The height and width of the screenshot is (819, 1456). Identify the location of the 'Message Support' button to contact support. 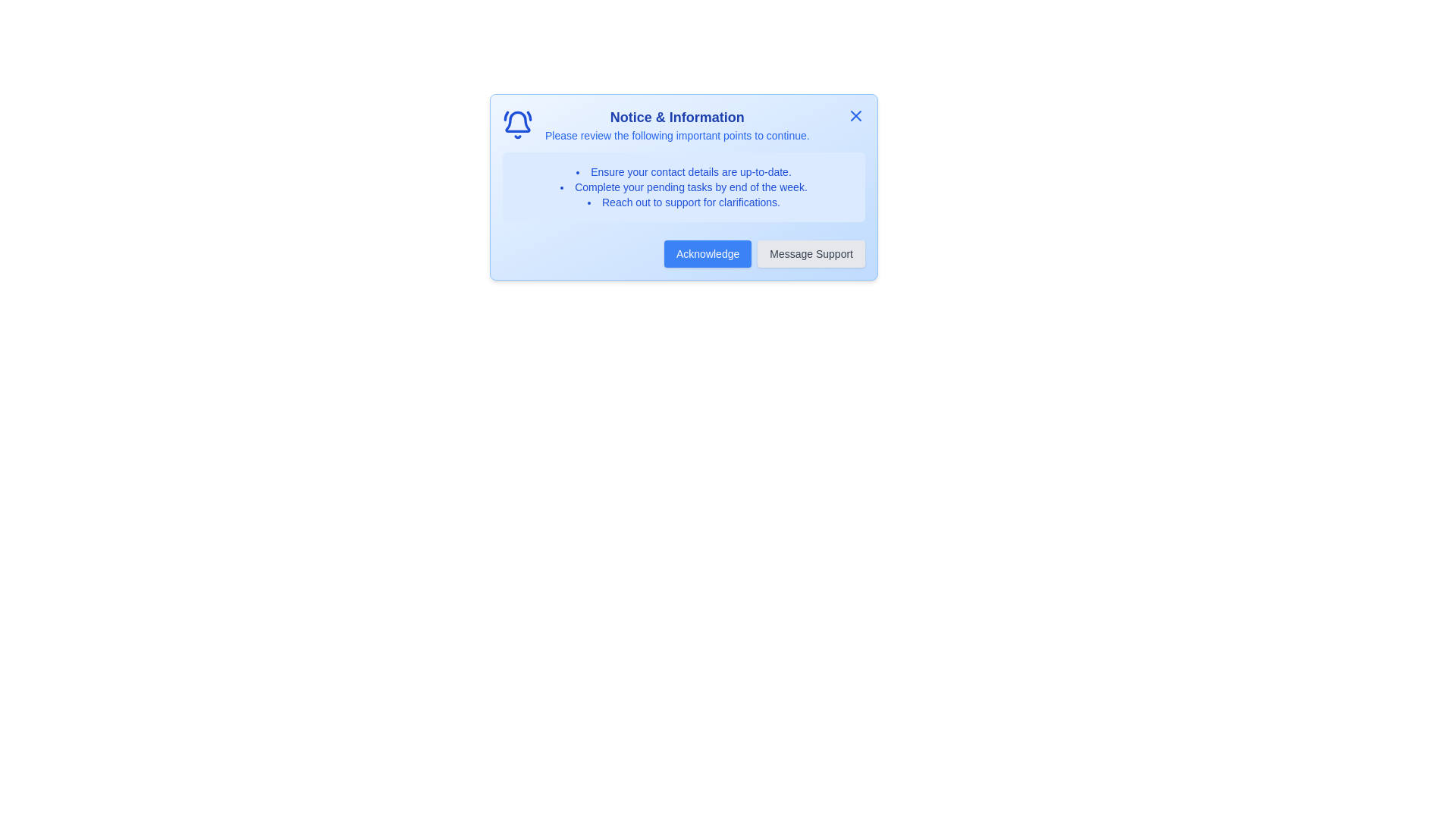
(811, 253).